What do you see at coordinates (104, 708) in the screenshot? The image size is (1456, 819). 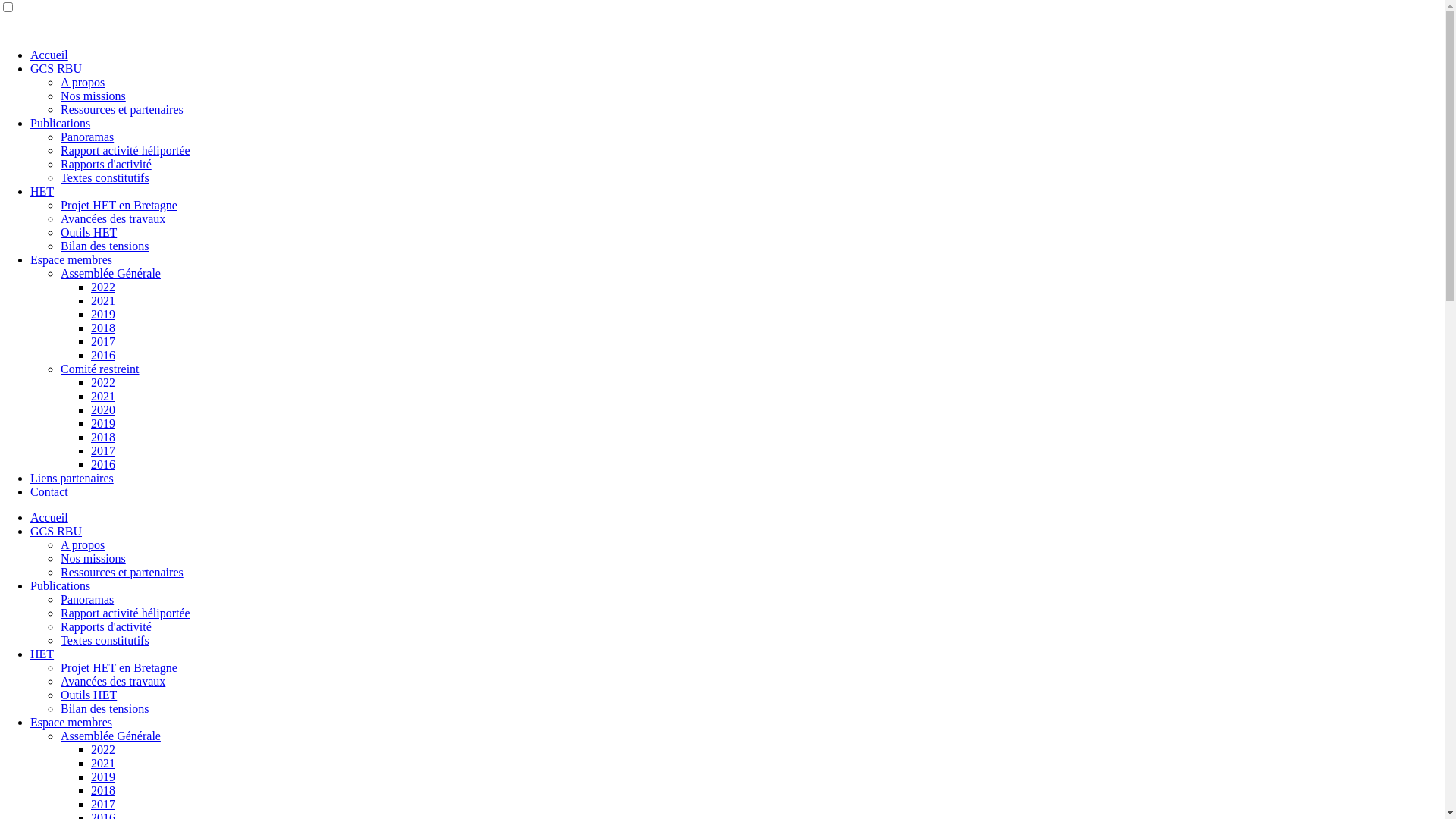 I see `'Bilan des tensions'` at bounding box center [104, 708].